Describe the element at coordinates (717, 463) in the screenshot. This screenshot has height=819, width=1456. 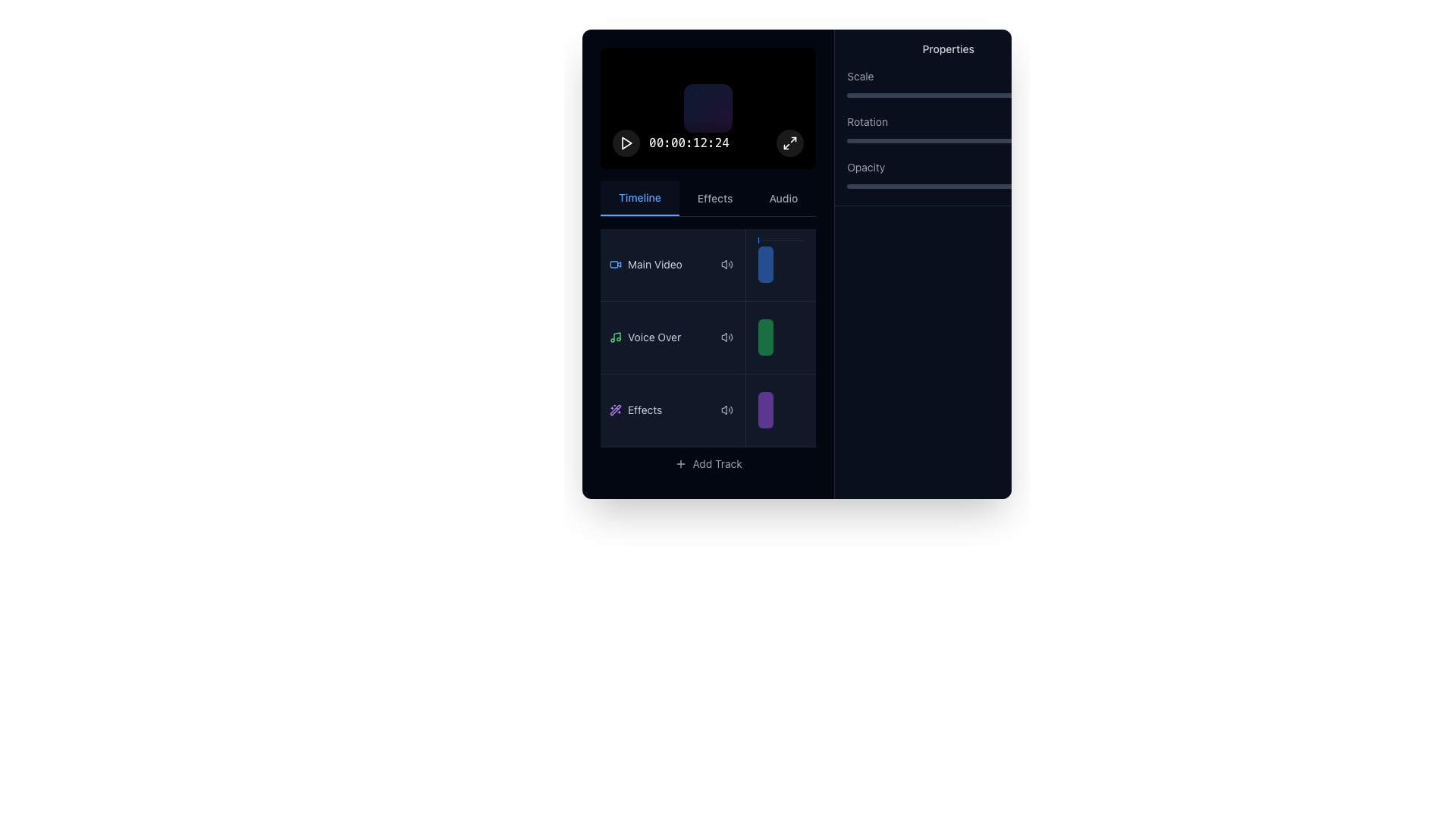
I see `static text label next to the '+' icon at the bottom of the interface that indicates adding a new track` at that location.